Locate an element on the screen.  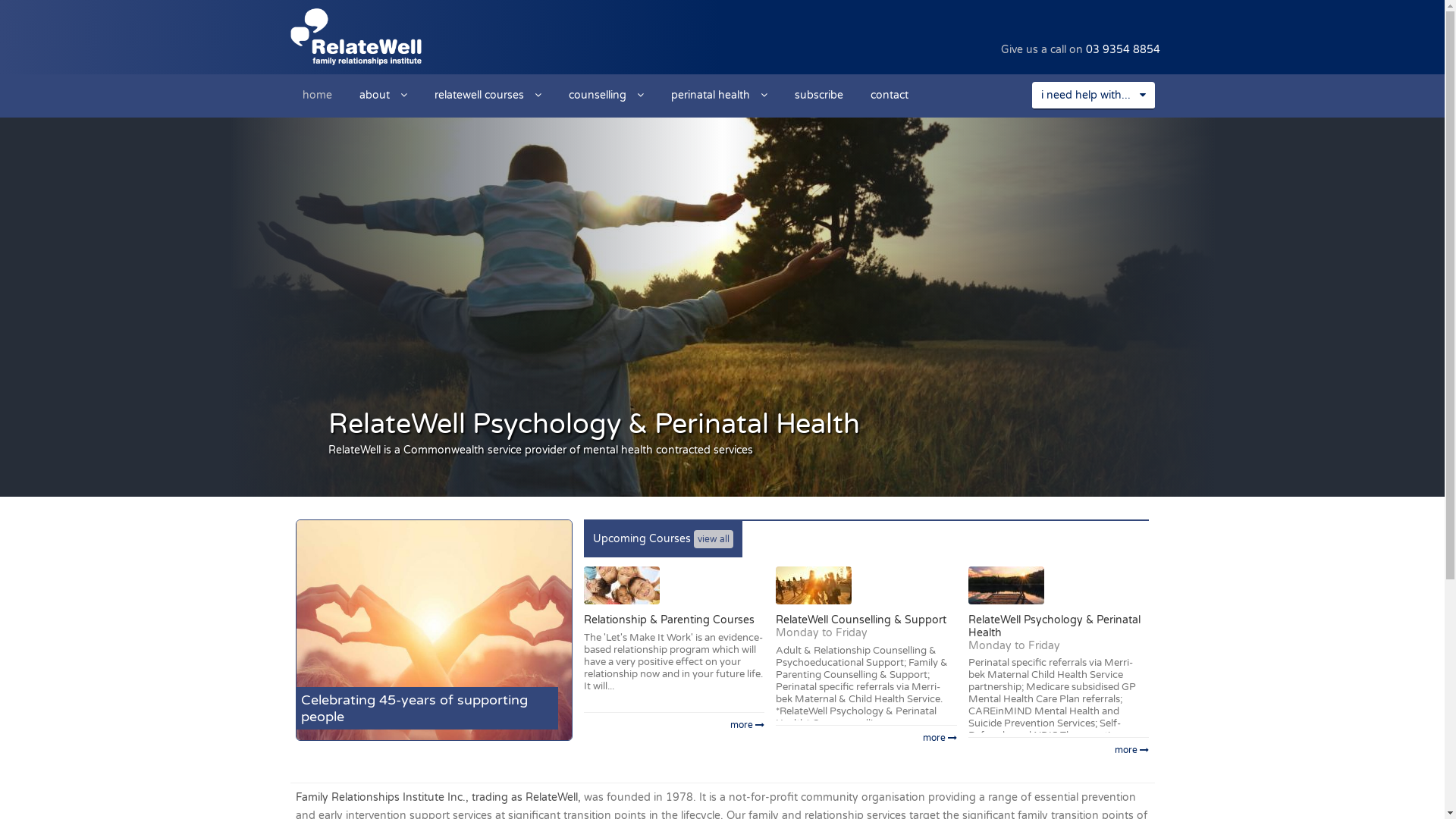
'about' is located at coordinates (383, 94).